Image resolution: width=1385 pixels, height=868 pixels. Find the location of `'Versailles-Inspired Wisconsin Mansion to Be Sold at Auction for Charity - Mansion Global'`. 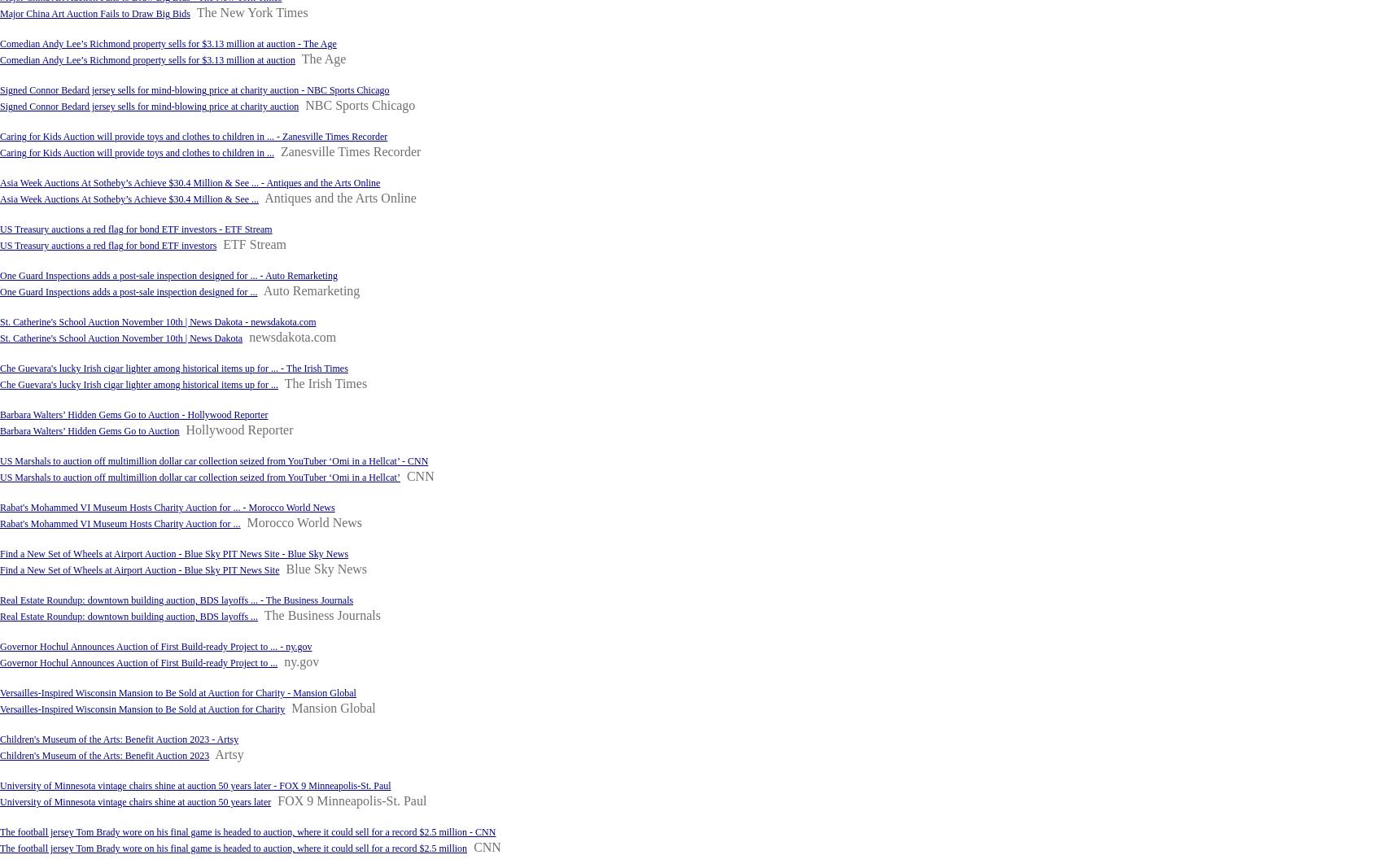

'Versailles-Inspired Wisconsin Mansion to Be Sold at Auction for Charity - Mansion Global' is located at coordinates (0, 691).